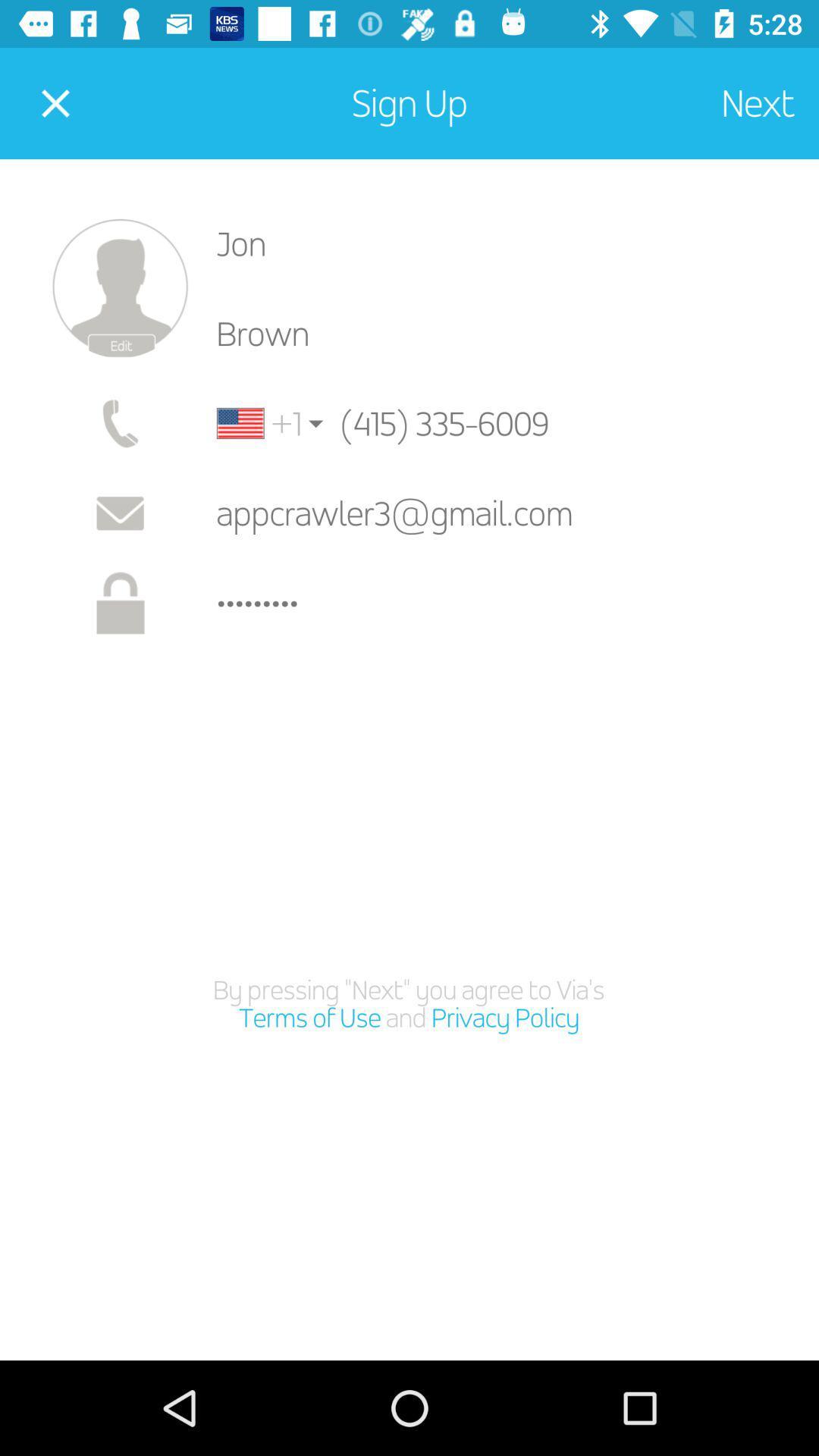 The height and width of the screenshot is (1456, 819). I want to click on the jon item, so click(506, 243).